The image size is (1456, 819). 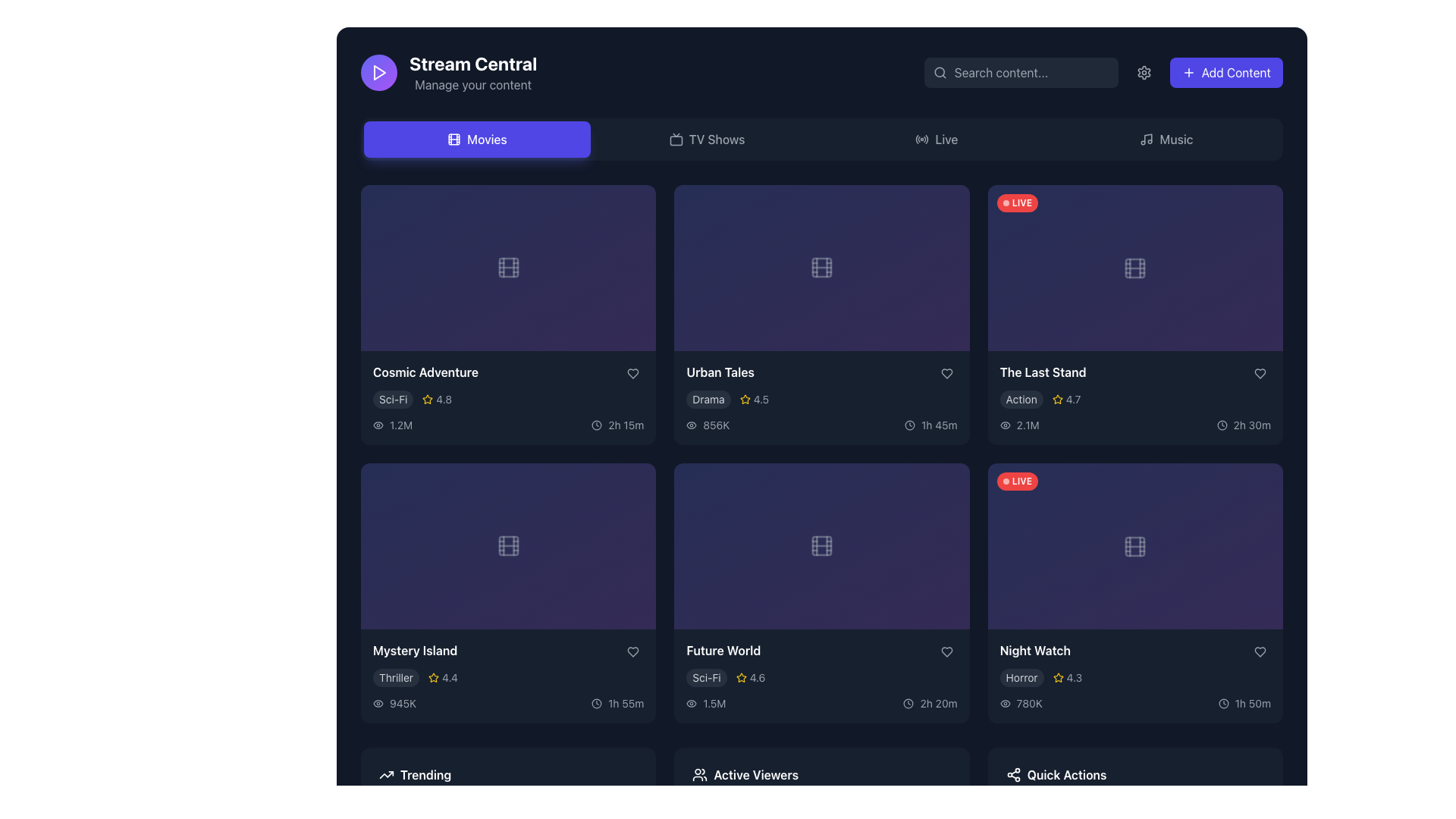 What do you see at coordinates (633, 651) in the screenshot?
I see `the favorite button located at the top-right of the 'Mystery Island' movie card to mark it as a favorite` at bounding box center [633, 651].